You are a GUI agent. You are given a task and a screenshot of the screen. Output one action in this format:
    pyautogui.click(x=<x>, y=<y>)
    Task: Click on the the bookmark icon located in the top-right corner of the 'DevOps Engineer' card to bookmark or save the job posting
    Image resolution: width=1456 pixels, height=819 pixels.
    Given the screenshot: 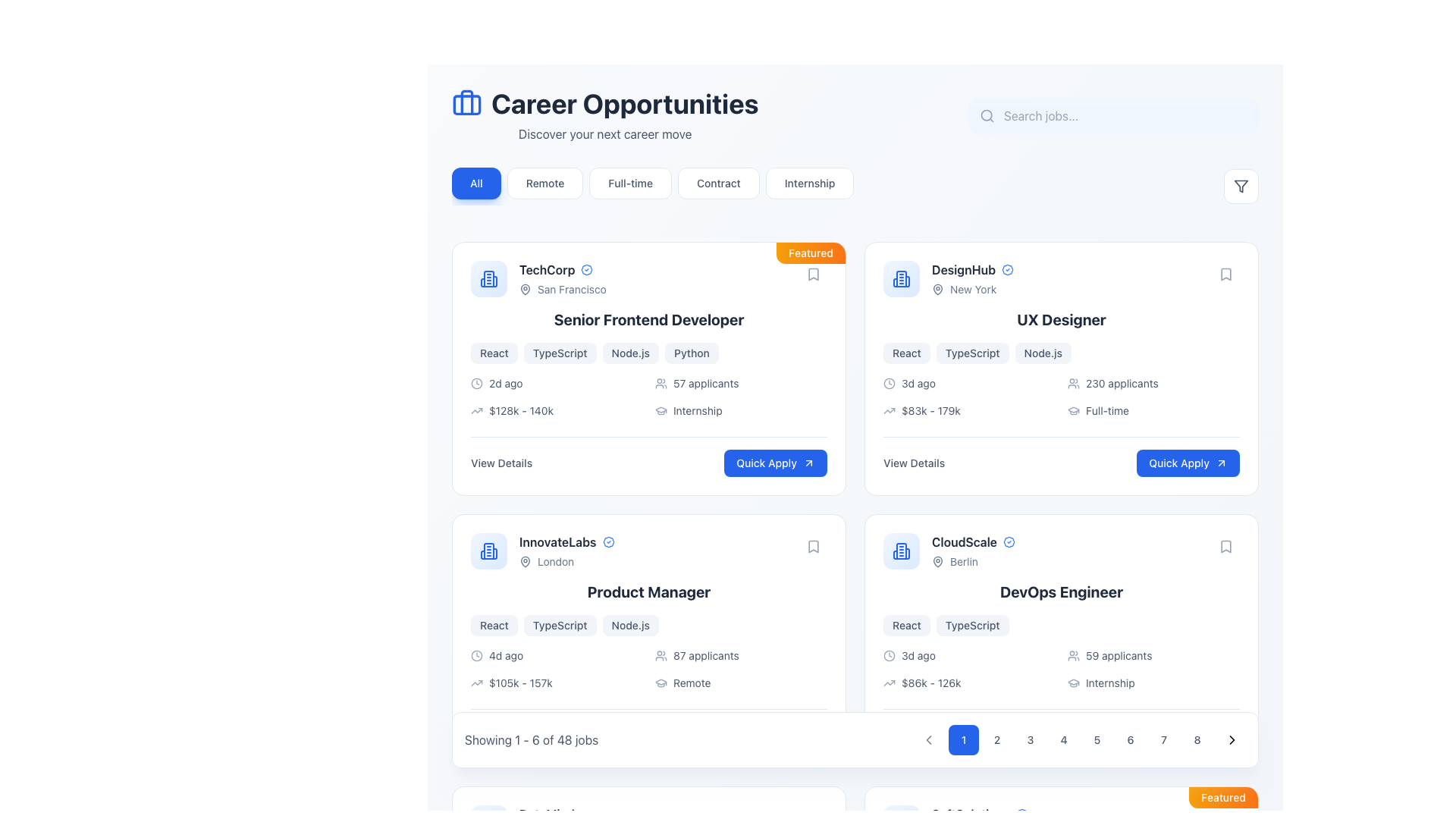 What is the action you would take?
    pyautogui.click(x=1226, y=547)
    